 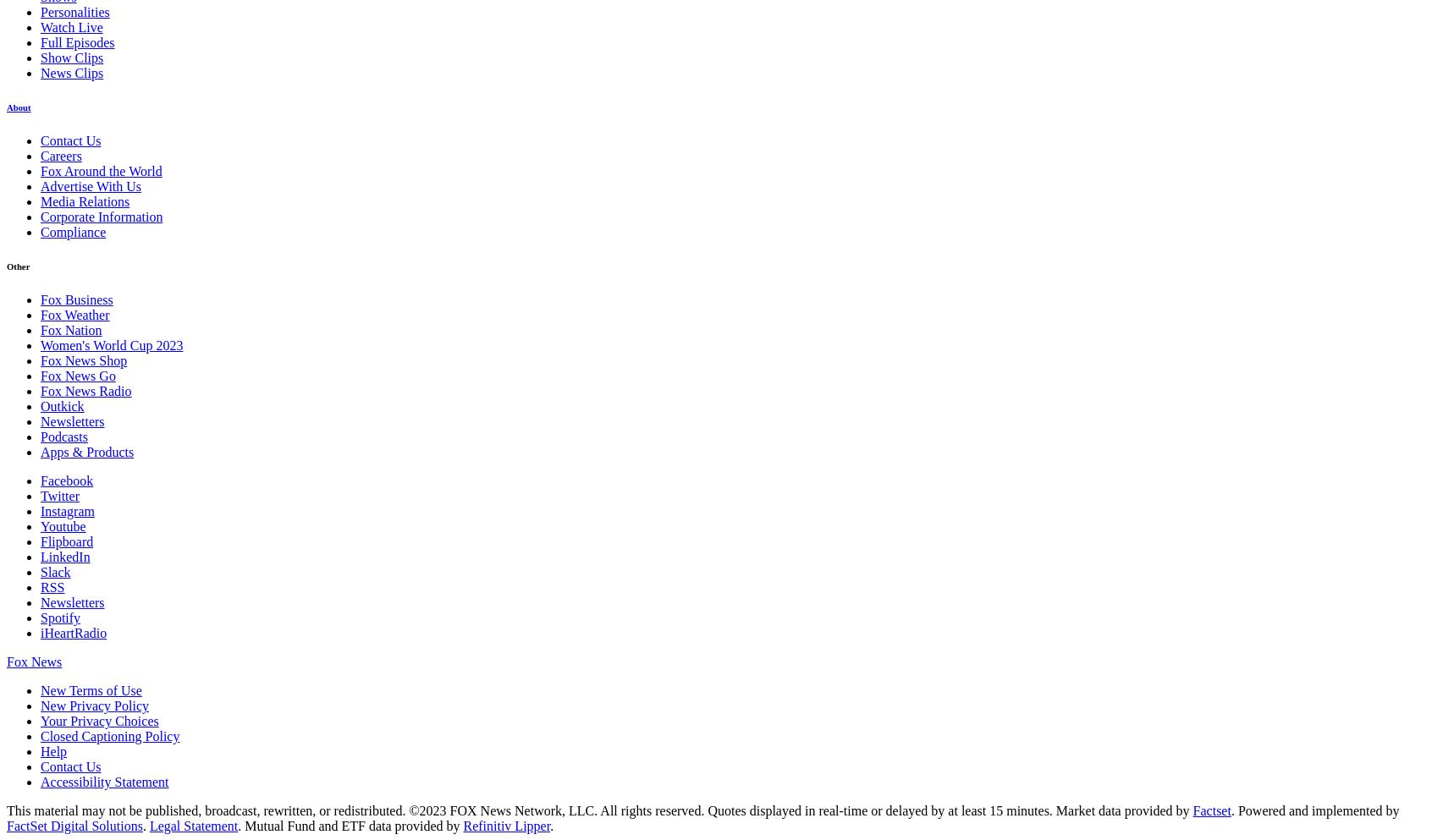 What do you see at coordinates (33, 661) in the screenshot?
I see `'Fox News'` at bounding box center [33, 661].